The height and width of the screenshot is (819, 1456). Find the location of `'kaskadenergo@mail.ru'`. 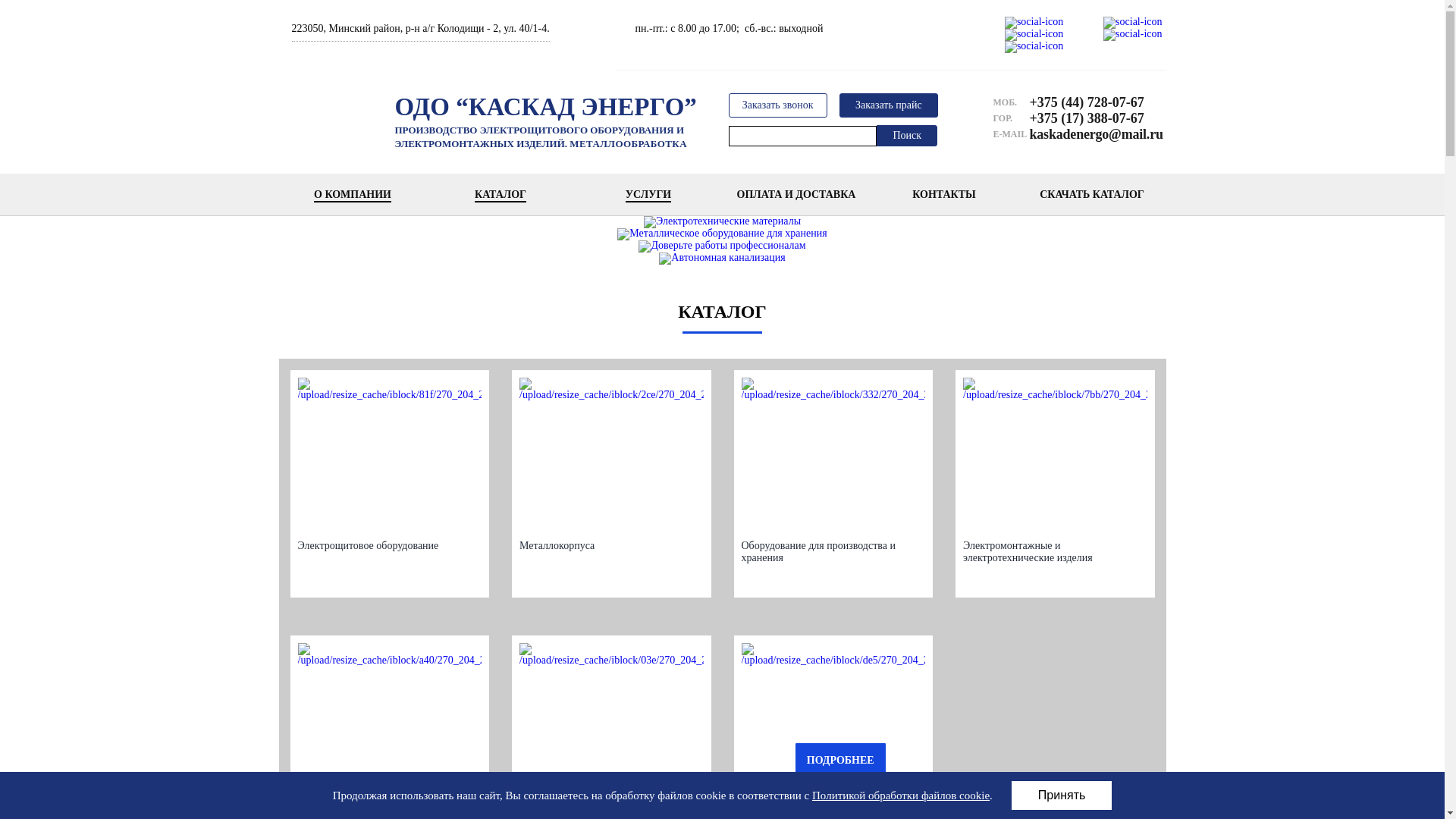

'kaskadenergo@mail.ru' is located at coordinates (1030, 133).